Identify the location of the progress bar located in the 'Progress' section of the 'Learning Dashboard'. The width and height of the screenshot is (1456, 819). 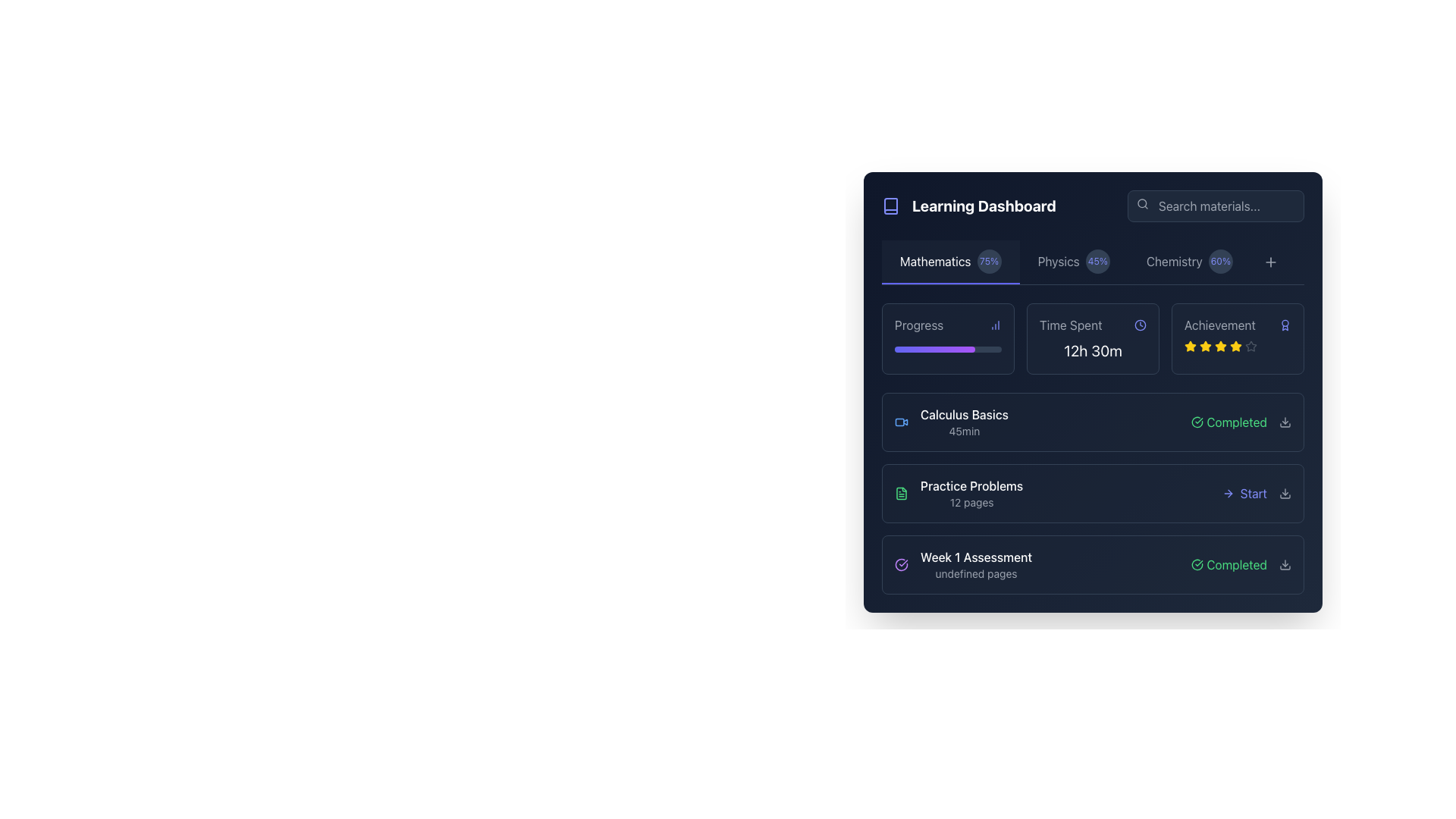
(934, 350).